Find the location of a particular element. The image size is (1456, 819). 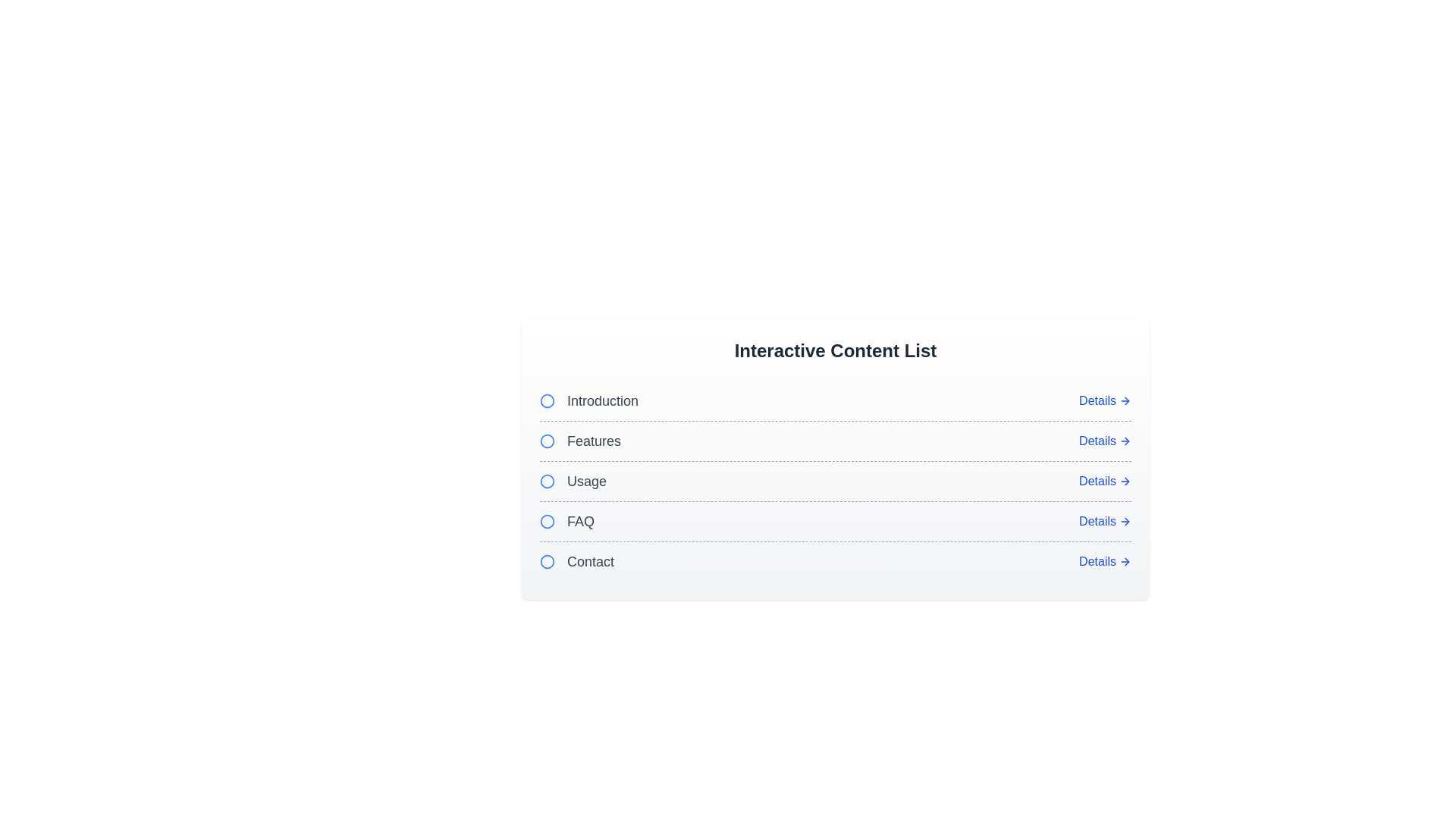

the forward-pointing arrow icon located at the far right of the 'FAQ' row, which indicates navigation or progression is located at coordinates (1127, 520).